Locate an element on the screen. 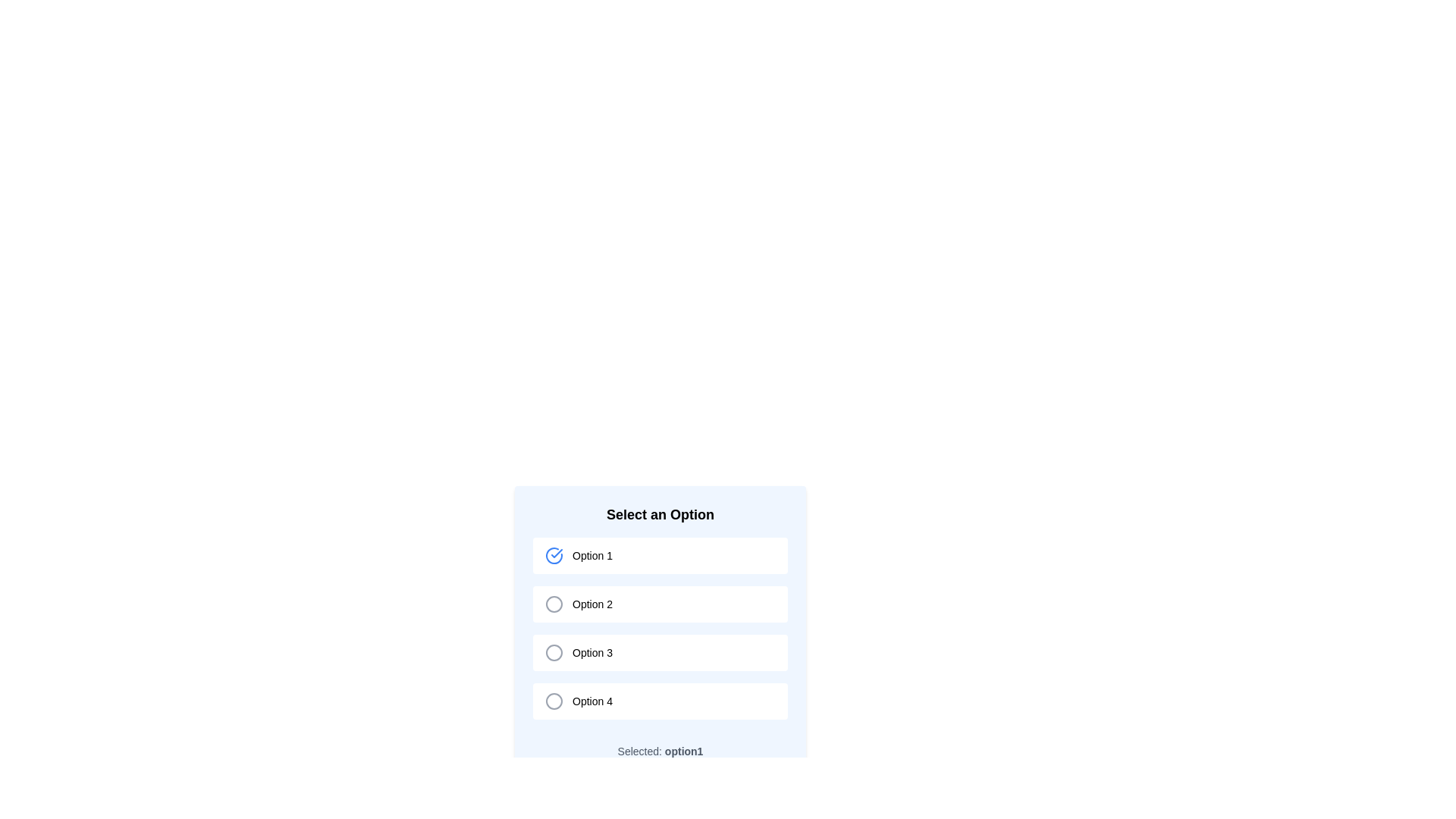 Image resolution: width=1456 pixels, height=819 pixels. the unselected radio button for 'Option 4' is located at coordinates (553, 701).